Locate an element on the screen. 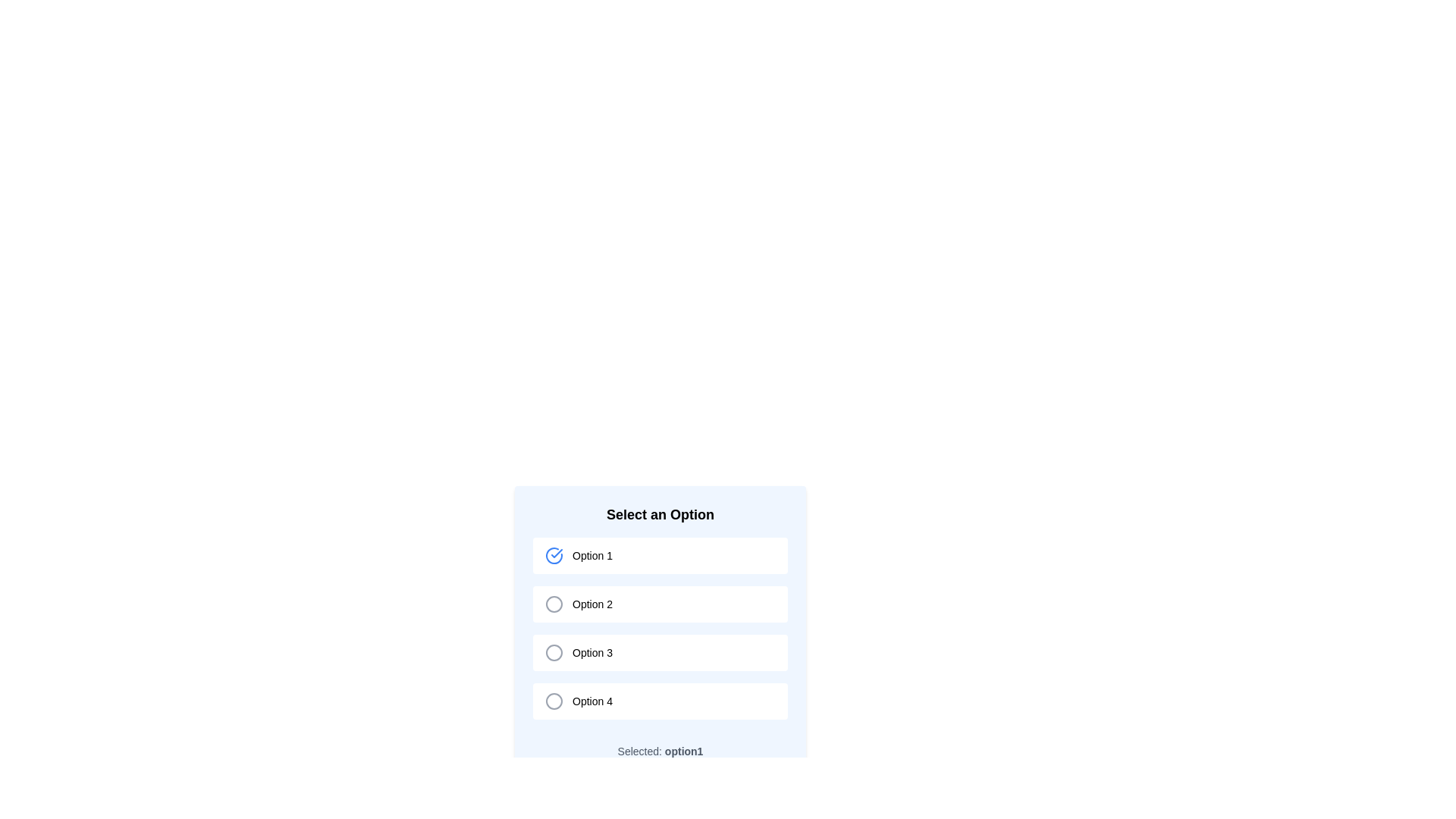 Image resolution: width=1456 pixels, height=819 pixels. the unselected radio button for 'Option 4' is located at coordinates (553, 701).